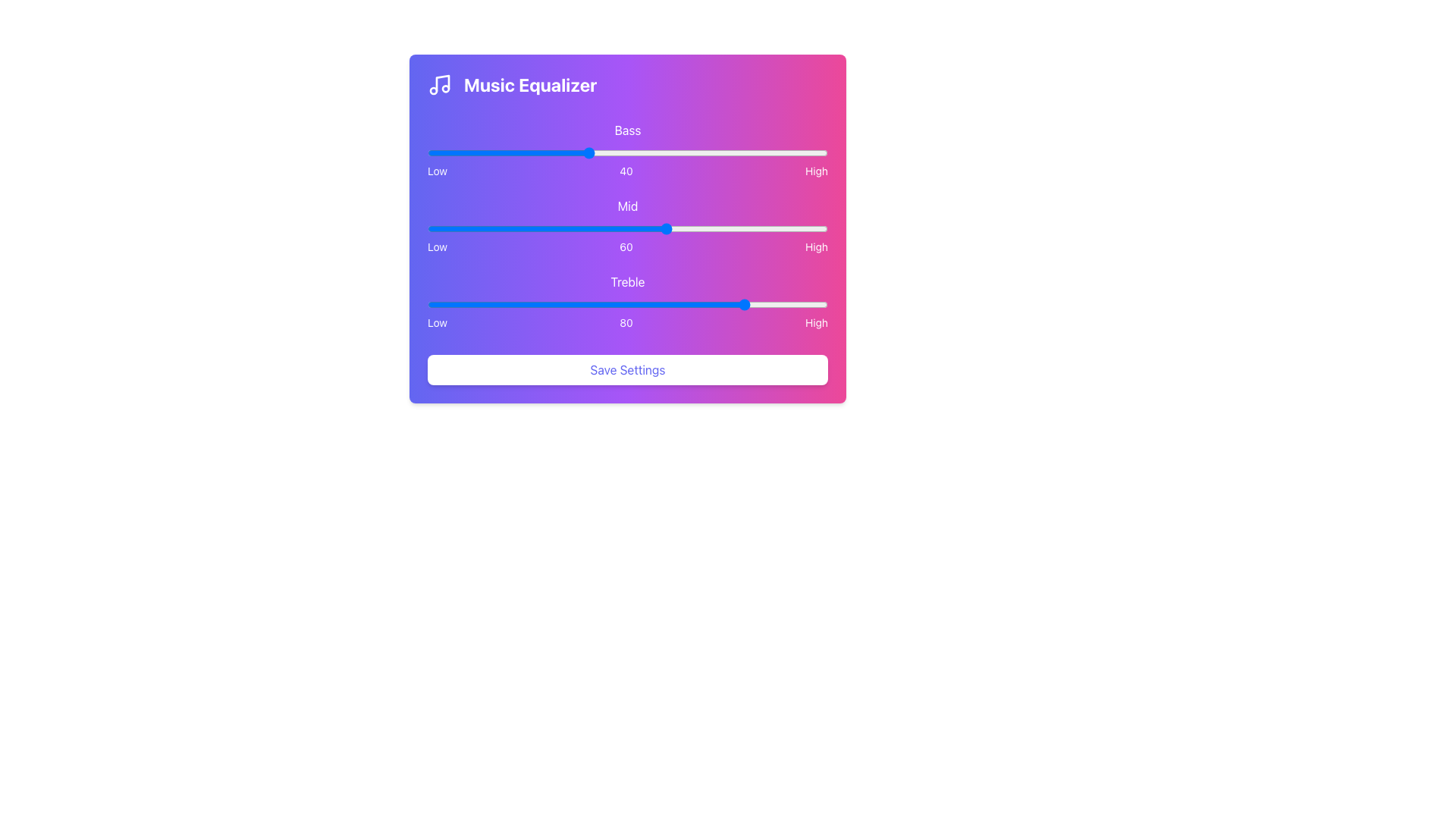 This screenshot has height=819, width=1456. What do you see at coordinates (628, 370) in the screenshot?
I see `the submit button at the bottom of the panel` at bounding box center [628, 370].